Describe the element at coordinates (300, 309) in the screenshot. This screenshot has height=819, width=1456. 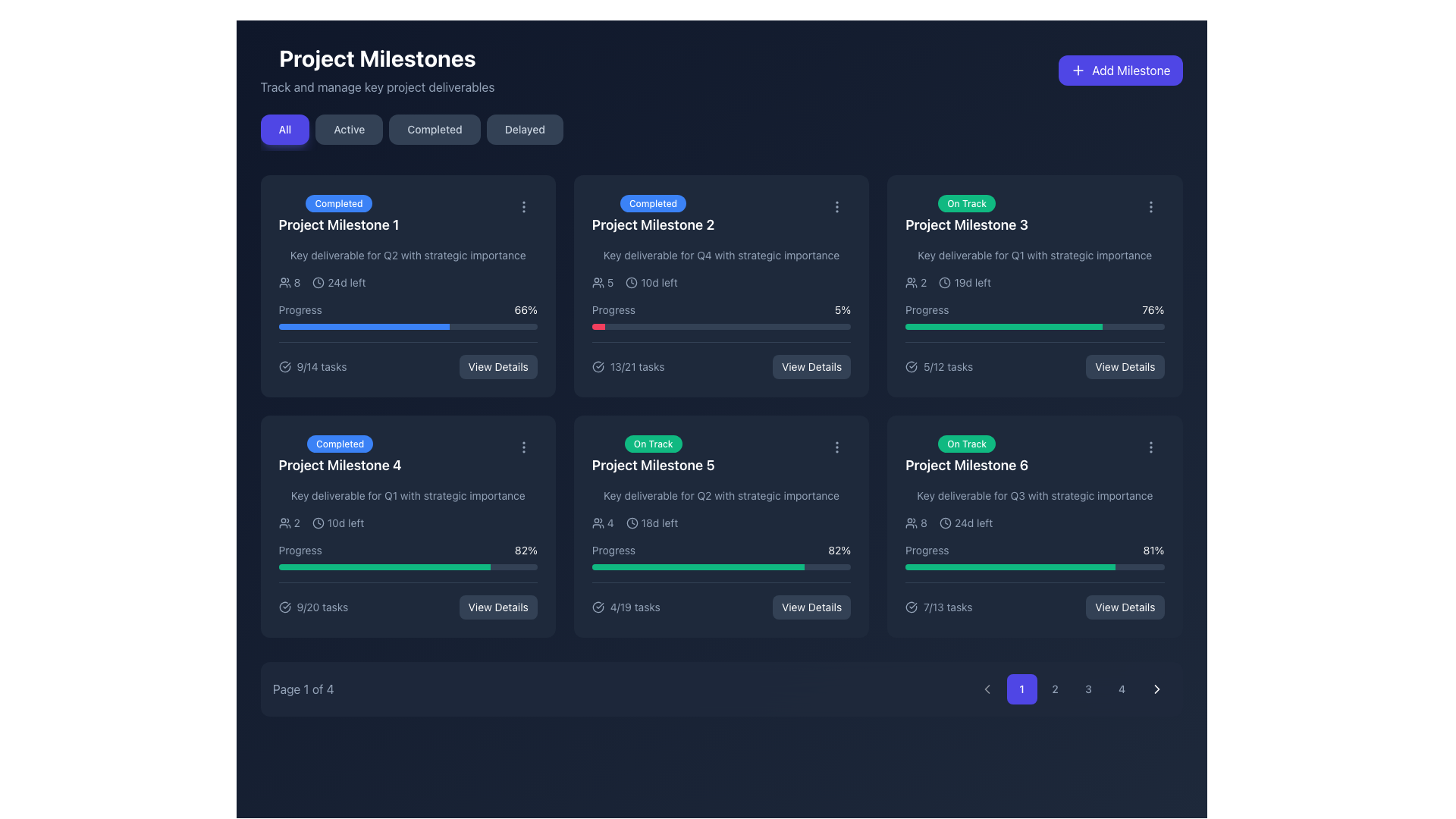
I see `the static text label describing the progress tracking section of 'Project Milestone 1' which is positioned above the progress bar` at that location.